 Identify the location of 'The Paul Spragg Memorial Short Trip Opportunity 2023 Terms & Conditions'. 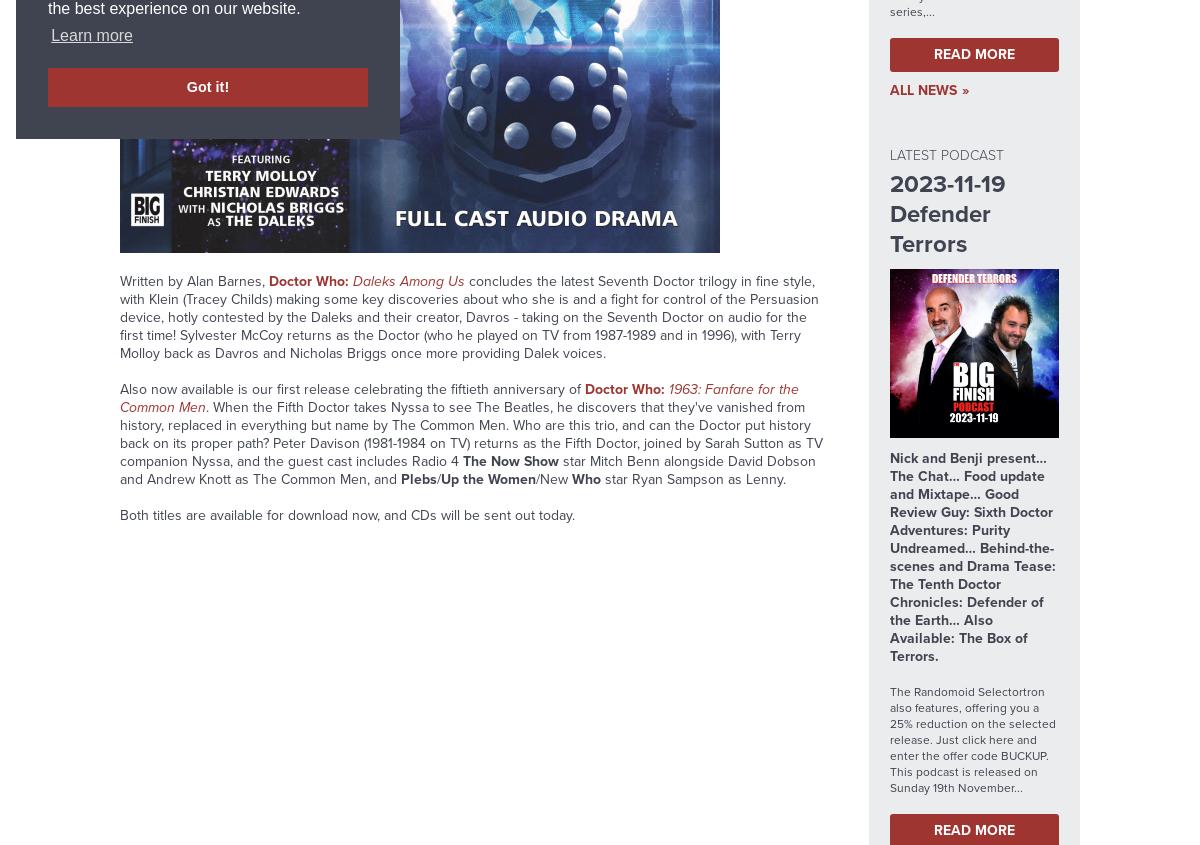
(890, 401).